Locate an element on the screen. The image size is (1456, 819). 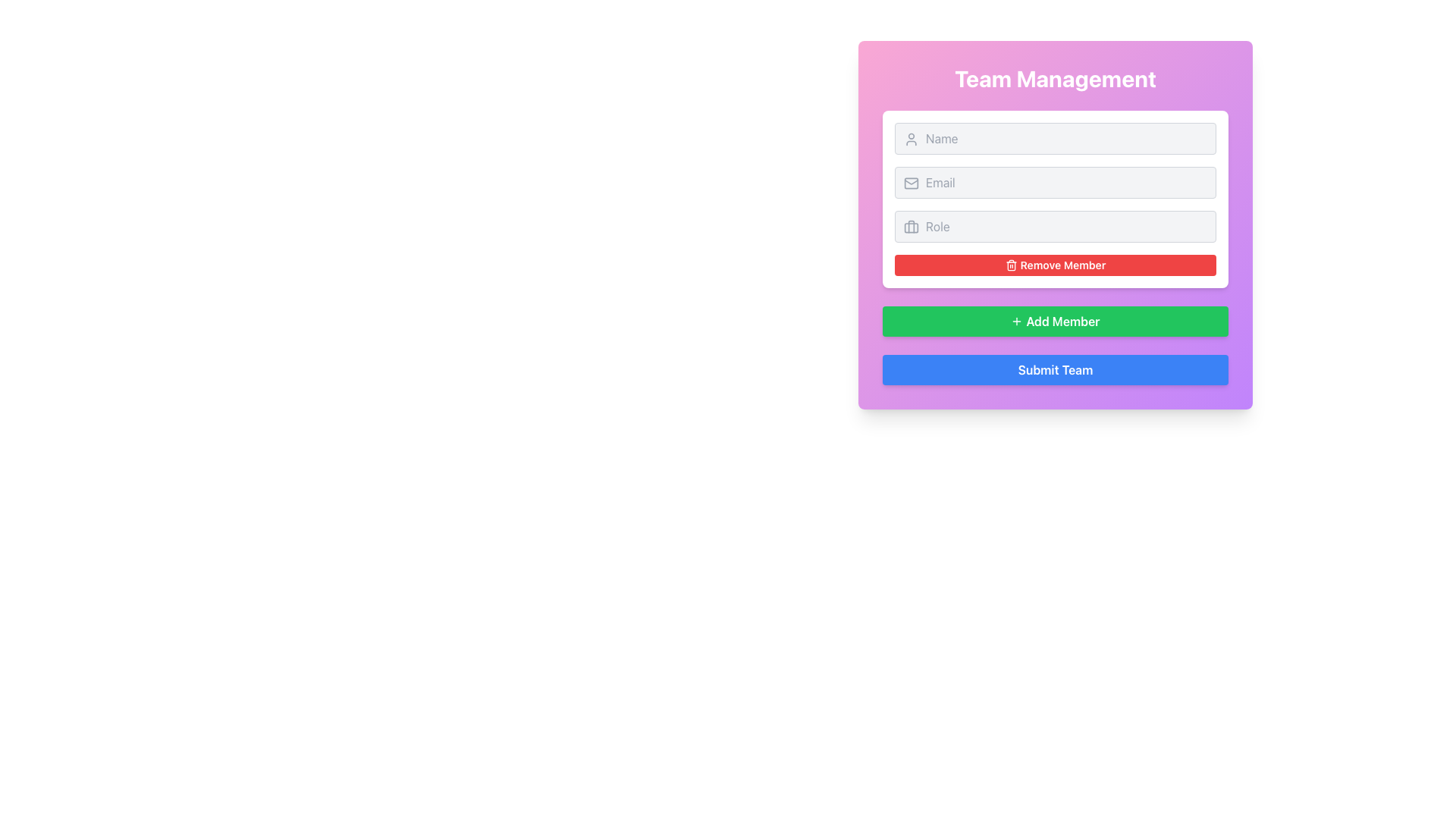
the 'Add Member' text label located inside the green button, which is centrally positioned in the form interface is located at coordinates (1062, 321).